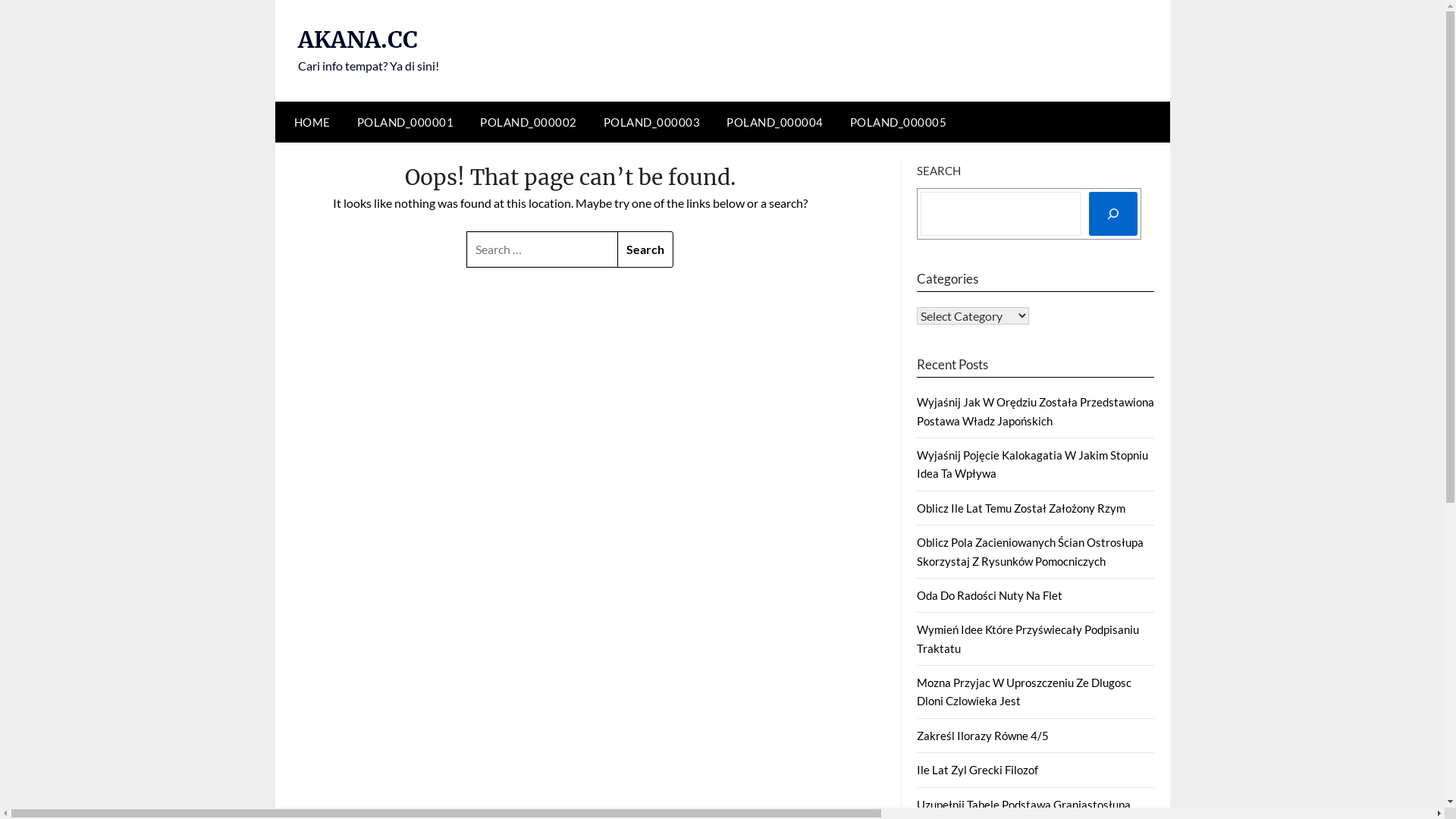 The width and height of the screenshot is (1456, 819). I want to click on 'POLAND_000001', so click(404, 121).